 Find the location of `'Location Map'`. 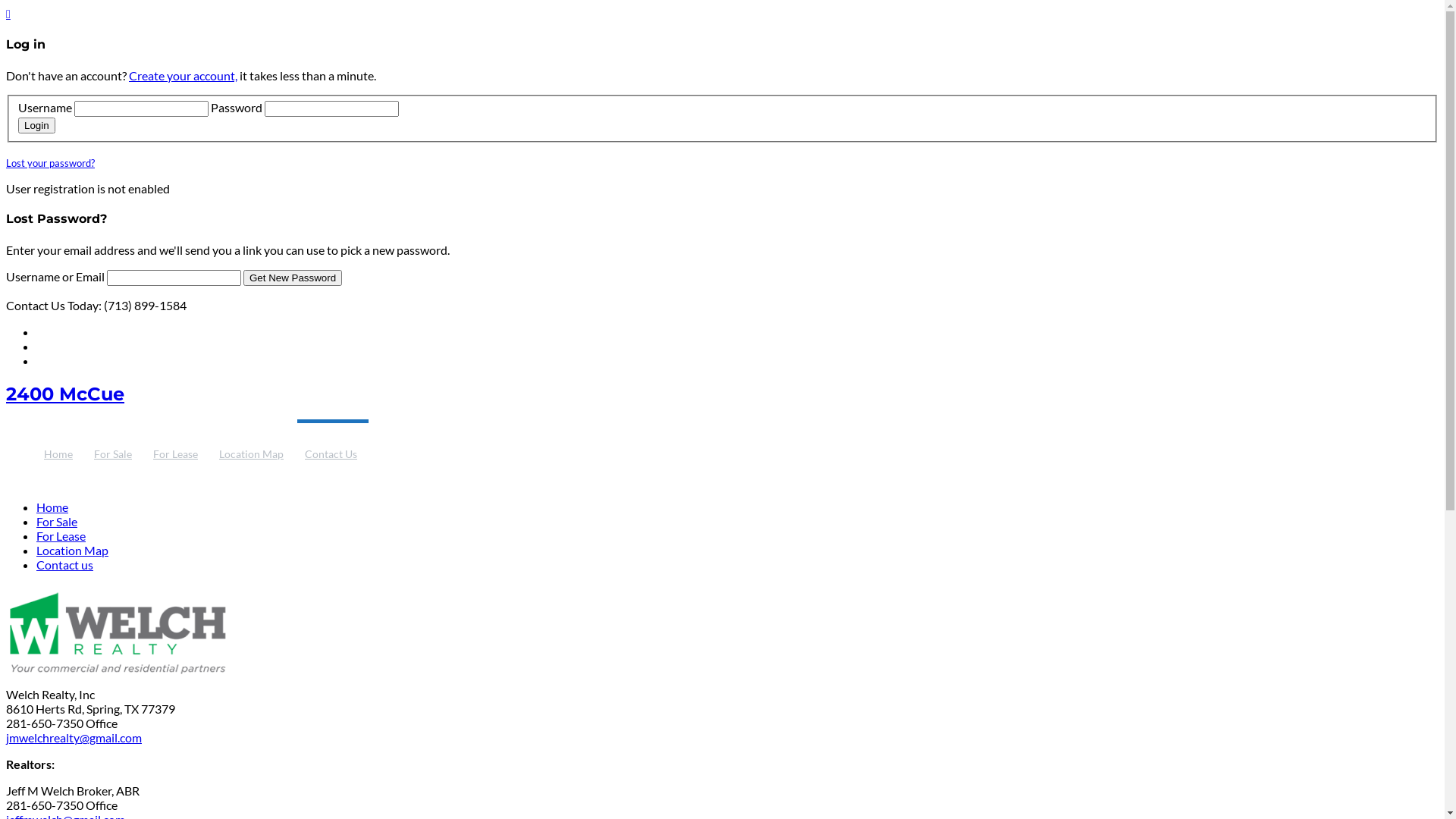

'Location Map' is located at coordinates (36, 550).